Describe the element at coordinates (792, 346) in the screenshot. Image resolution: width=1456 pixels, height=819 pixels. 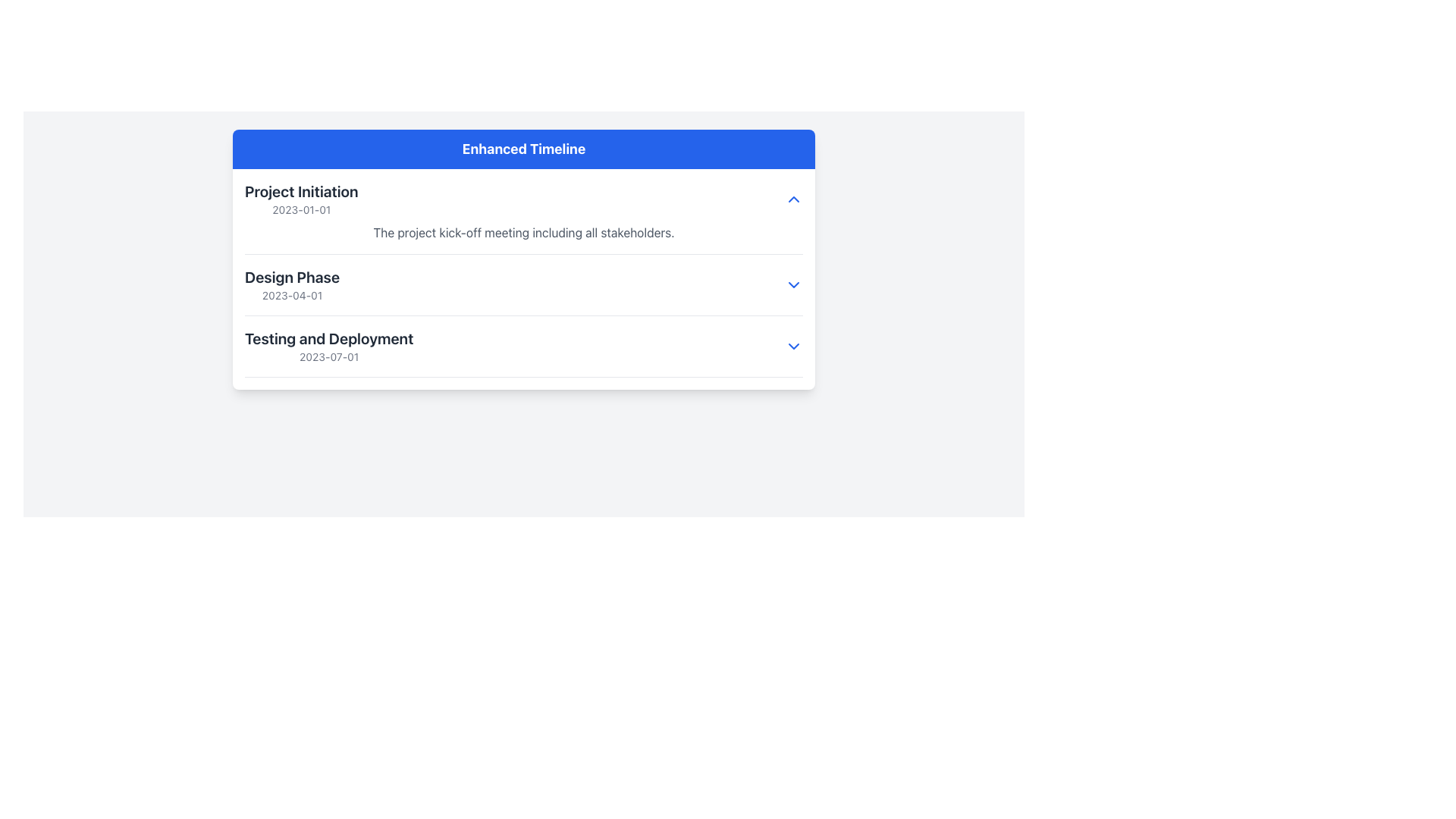
I see `the downward-facing chevron icon in the 'Testing and Deployment' section` at that location.